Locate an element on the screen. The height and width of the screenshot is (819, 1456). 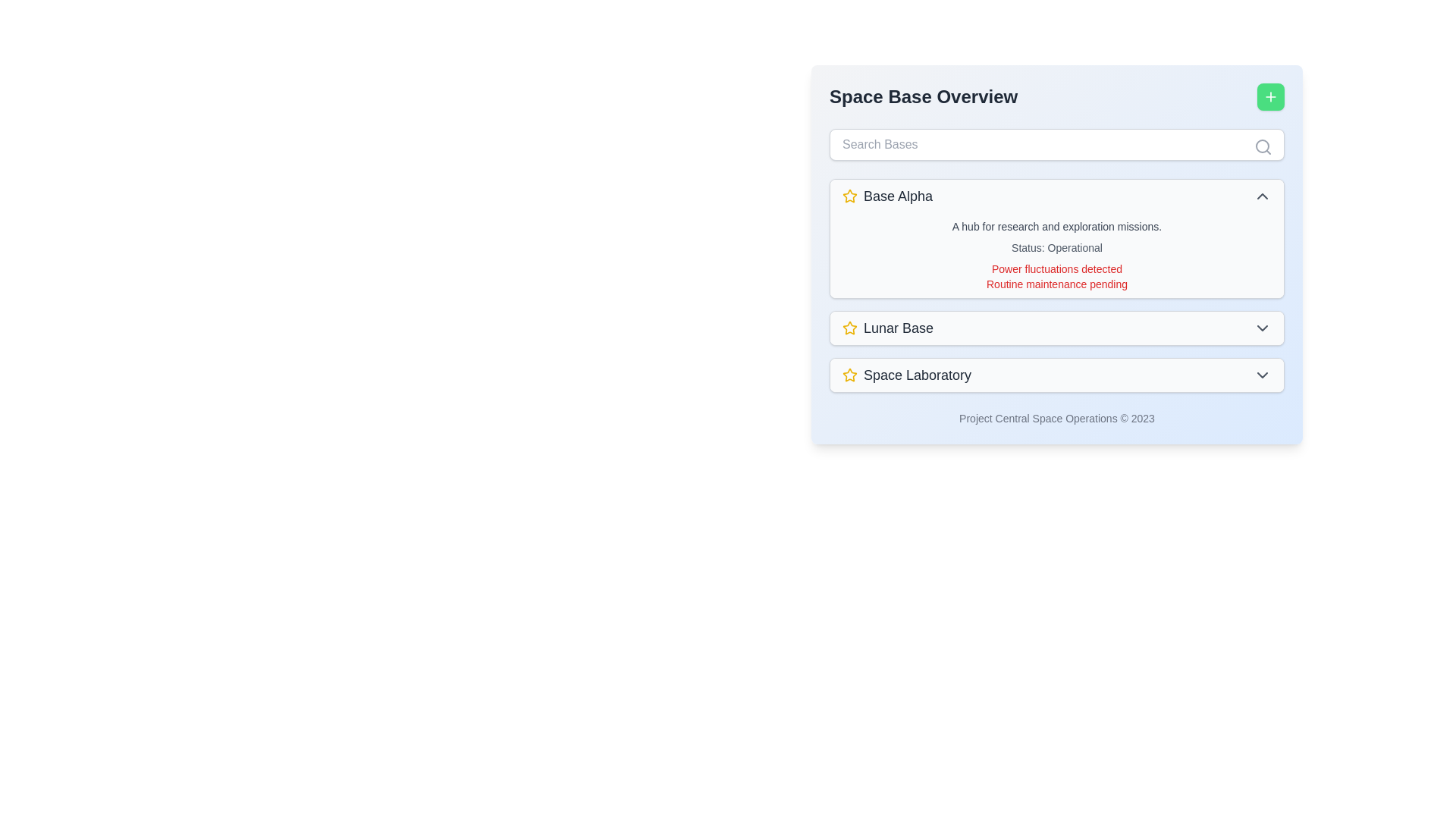
the bold text label reading 'Base Alpha', which is medium gray and located adjacent to a yellow star icon in the card for 'Base Alpha' is located at coordinates (898, 195).